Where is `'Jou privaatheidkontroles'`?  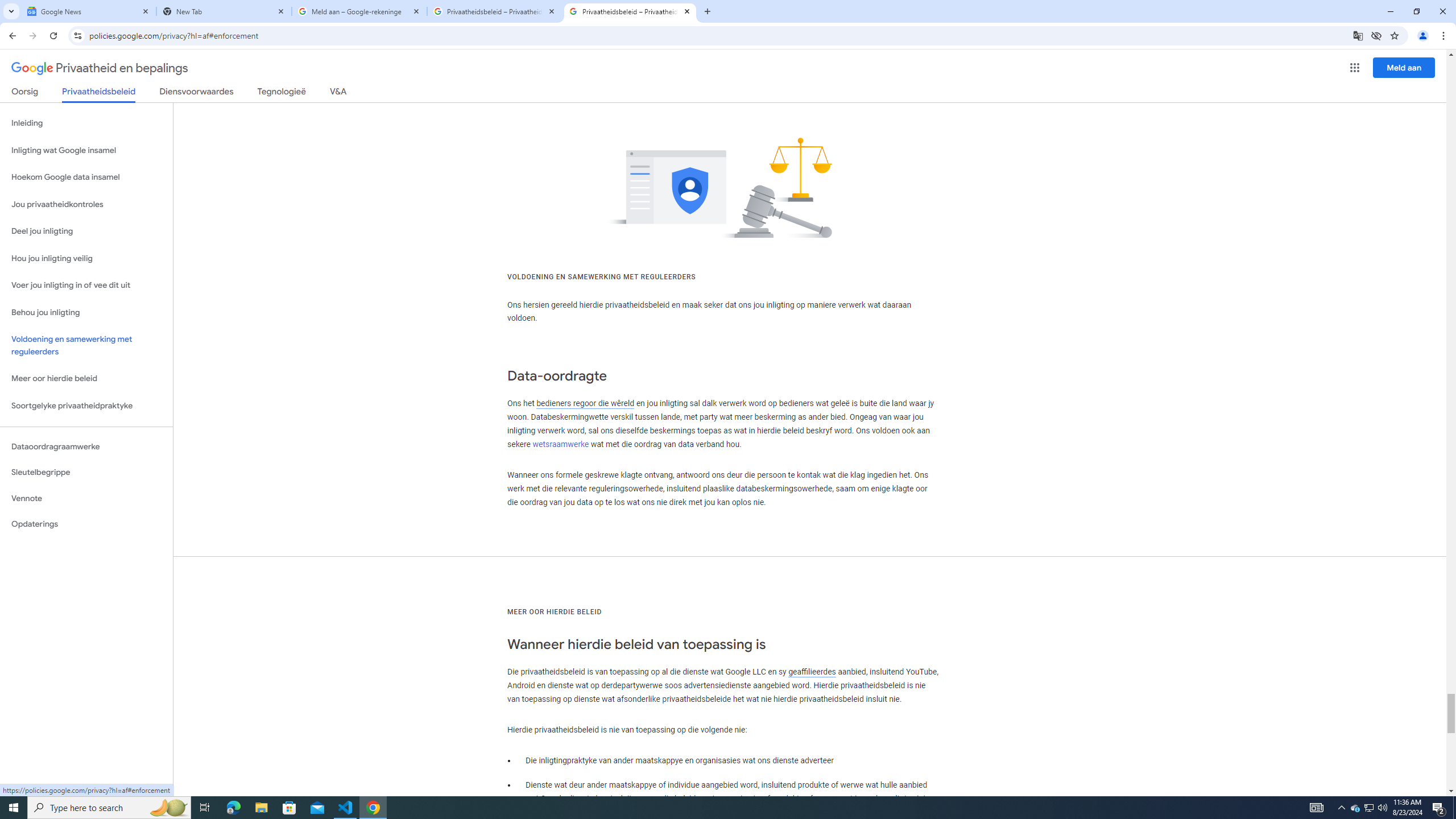 'Jou privaatheidkontroles' is located at coordinates (86, 205).